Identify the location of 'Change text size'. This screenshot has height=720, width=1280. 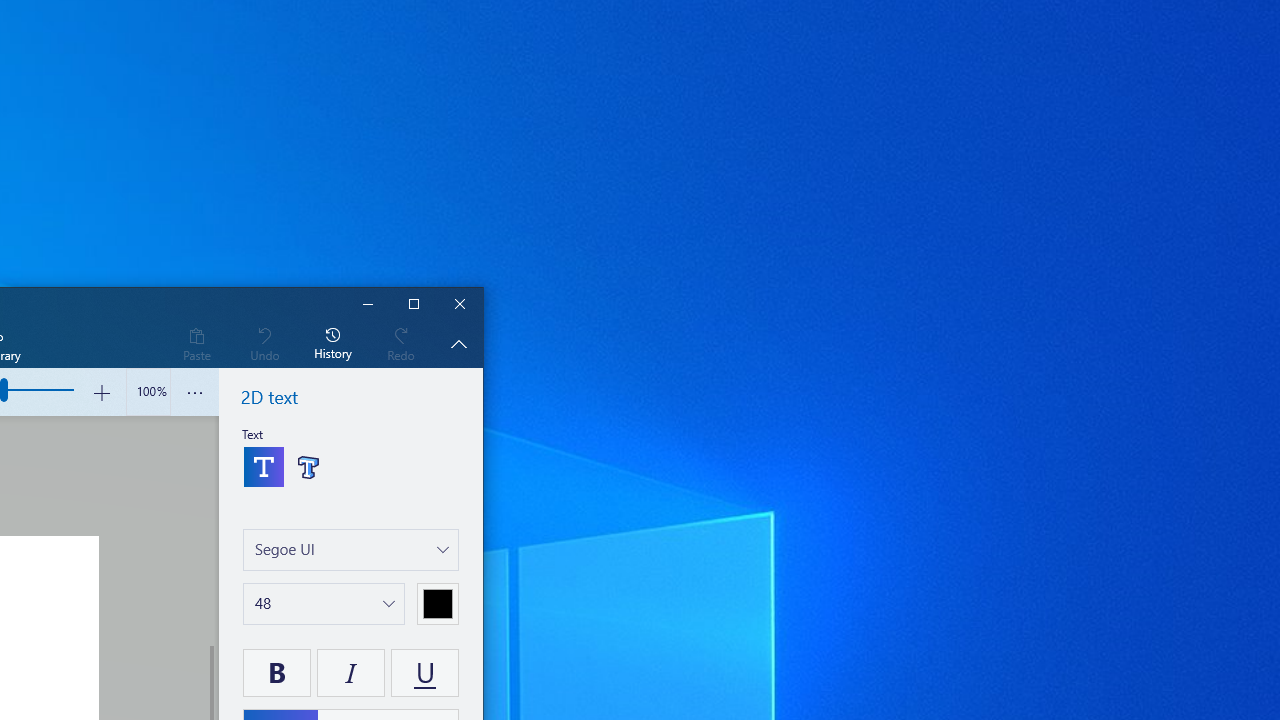
(323, 603).